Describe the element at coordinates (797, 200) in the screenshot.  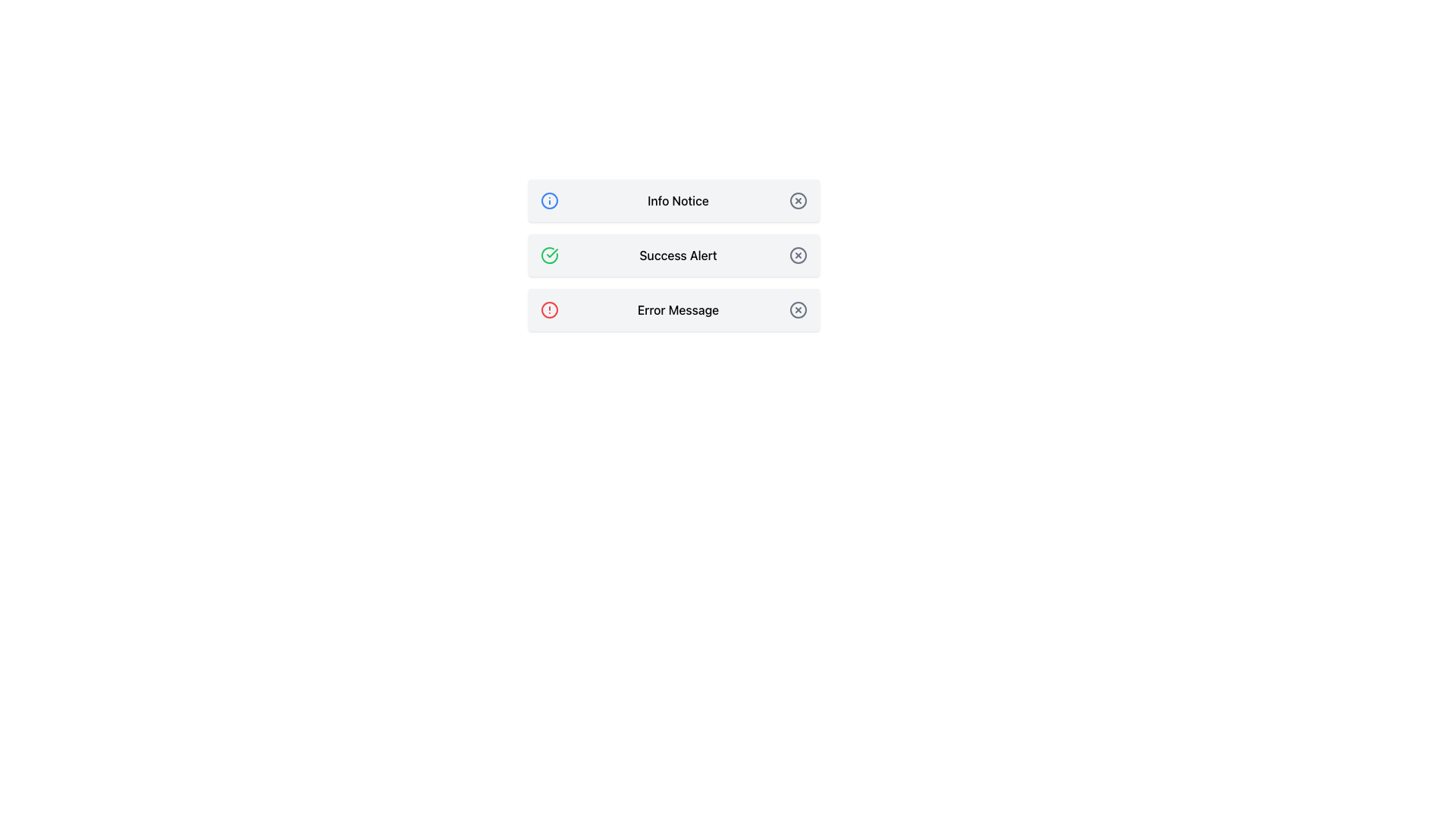
I see `the Close button icon located on the right end of the 'Info Notice' notification row` at that location.